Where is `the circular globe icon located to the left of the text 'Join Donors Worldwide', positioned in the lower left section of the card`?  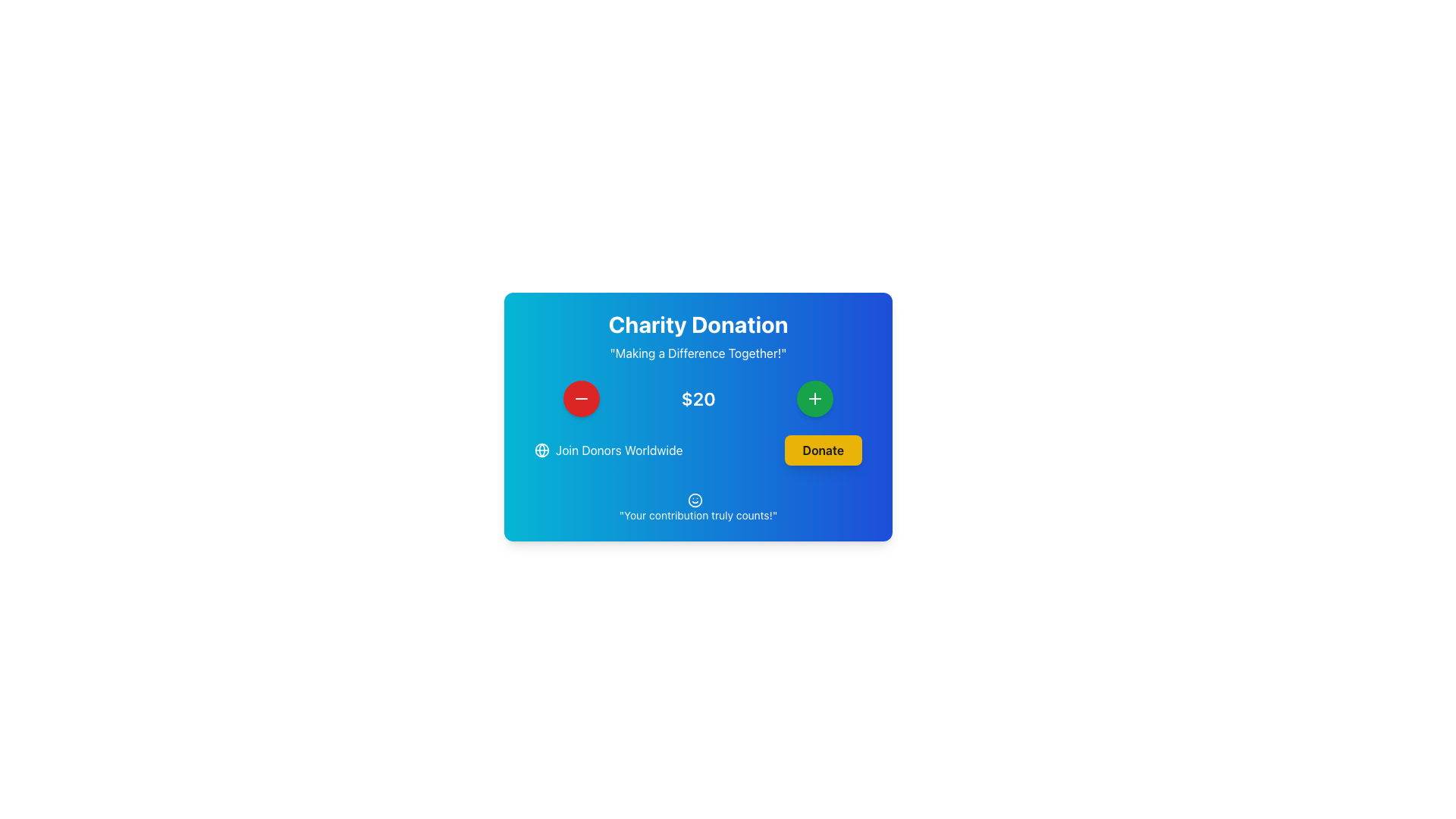 the circular globe icon located to the left of the text 'Join Donors Worldwide', positioned in the lower left section of the card is located at coordinates (542, 450).